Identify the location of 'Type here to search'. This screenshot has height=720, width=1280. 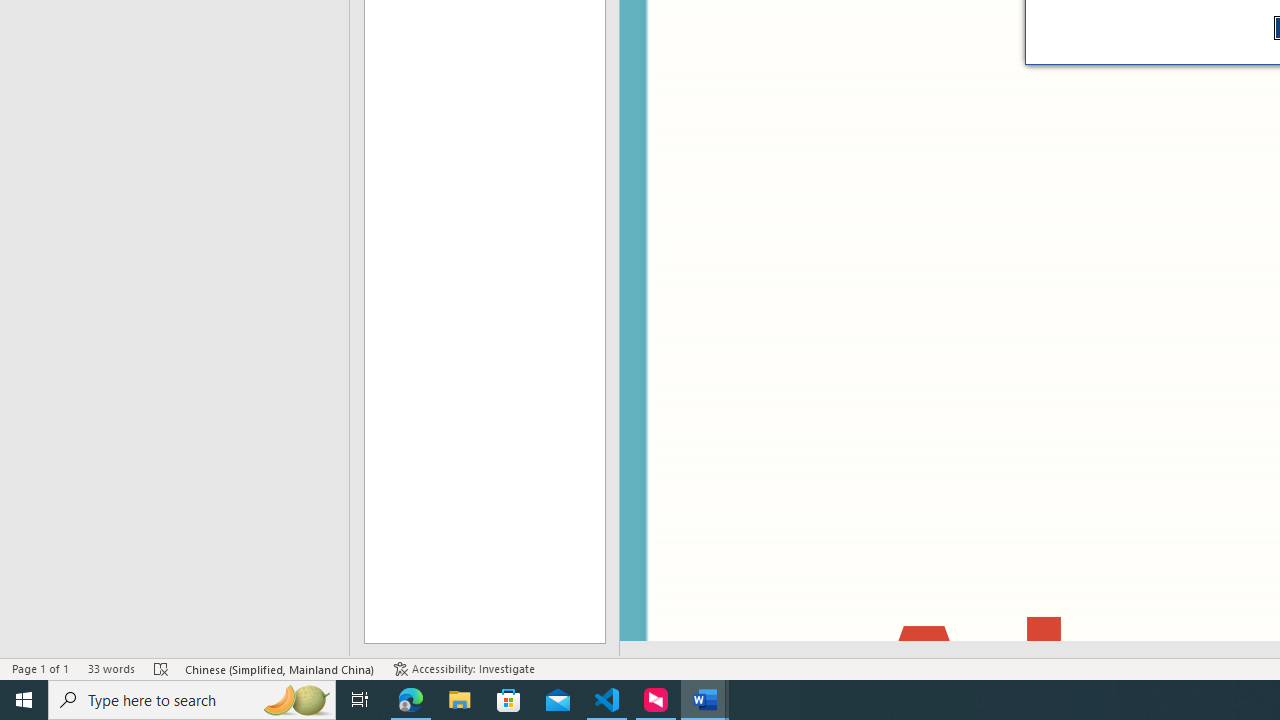
(192, 698).